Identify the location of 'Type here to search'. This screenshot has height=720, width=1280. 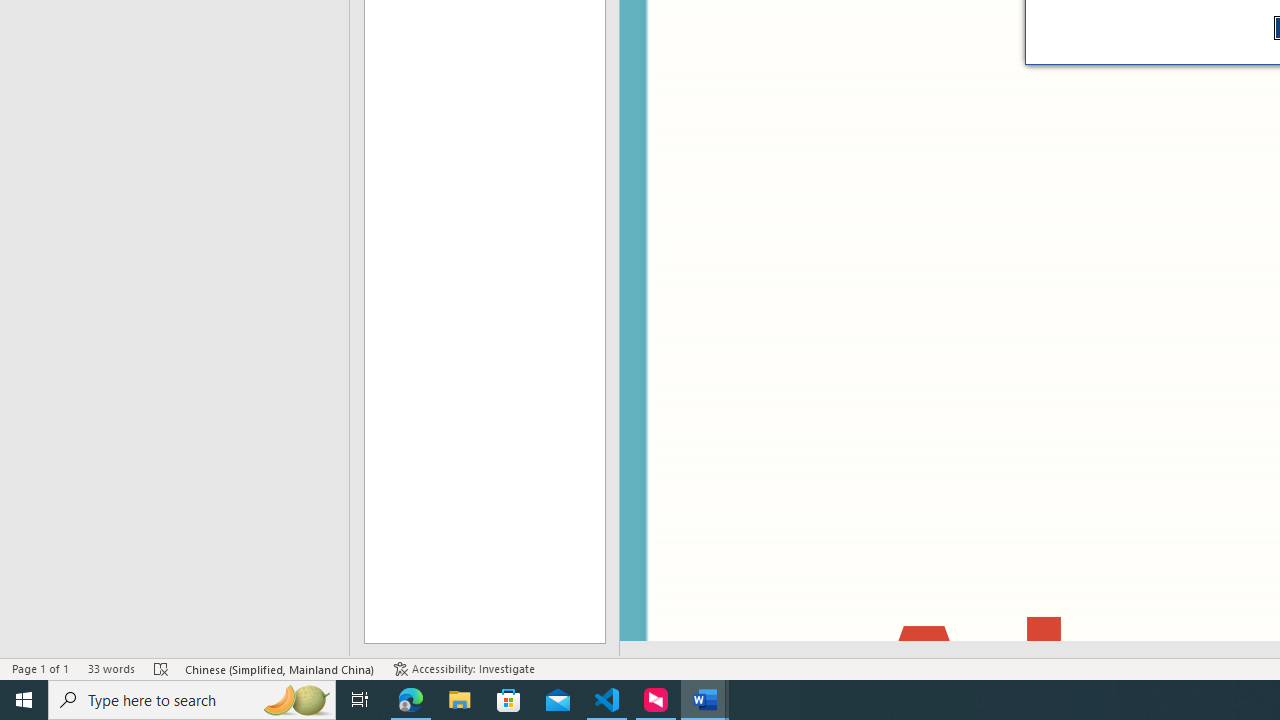
(192, 698).